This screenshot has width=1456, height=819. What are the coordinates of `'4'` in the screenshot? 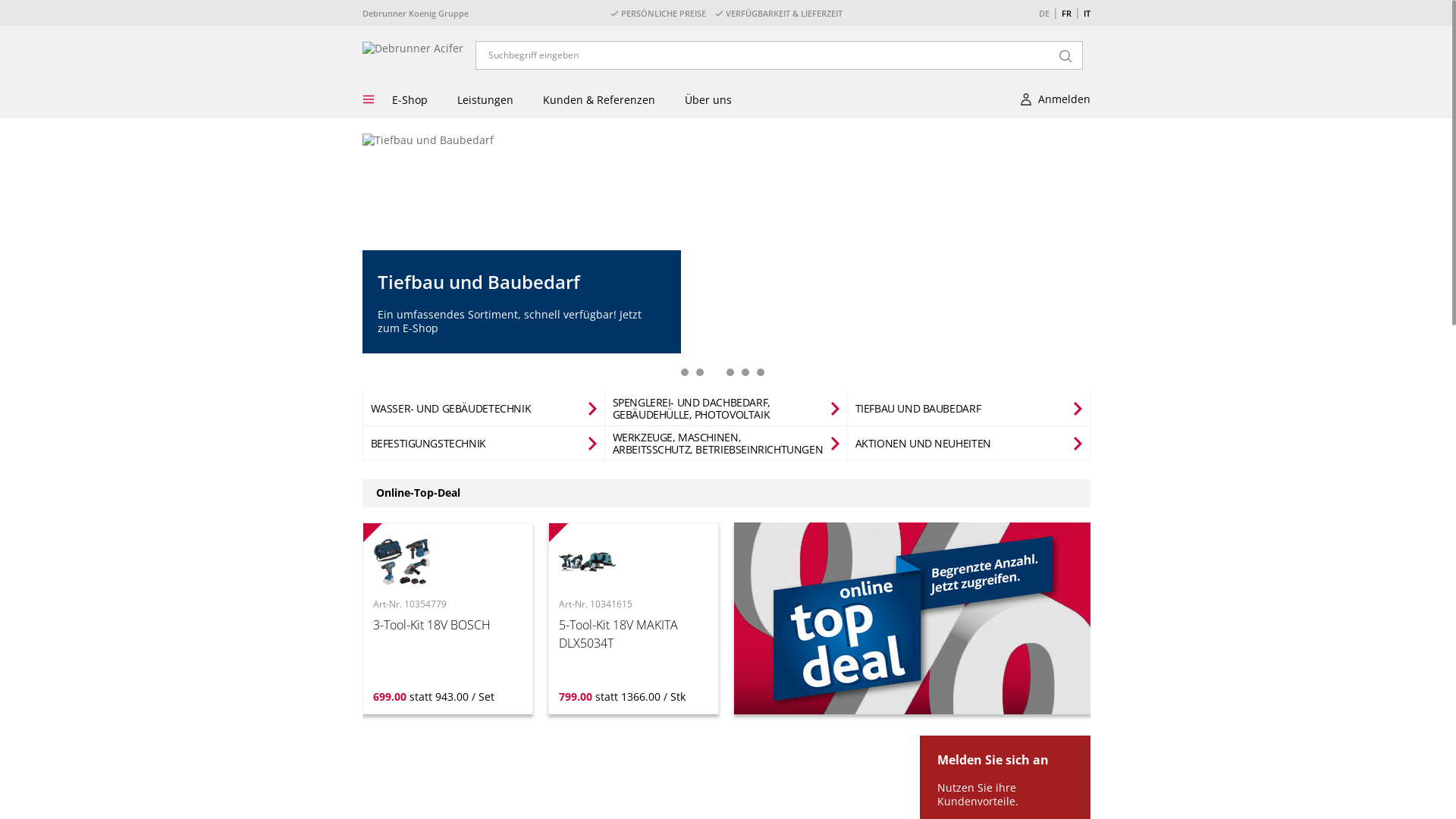 It's located at (726, 372).